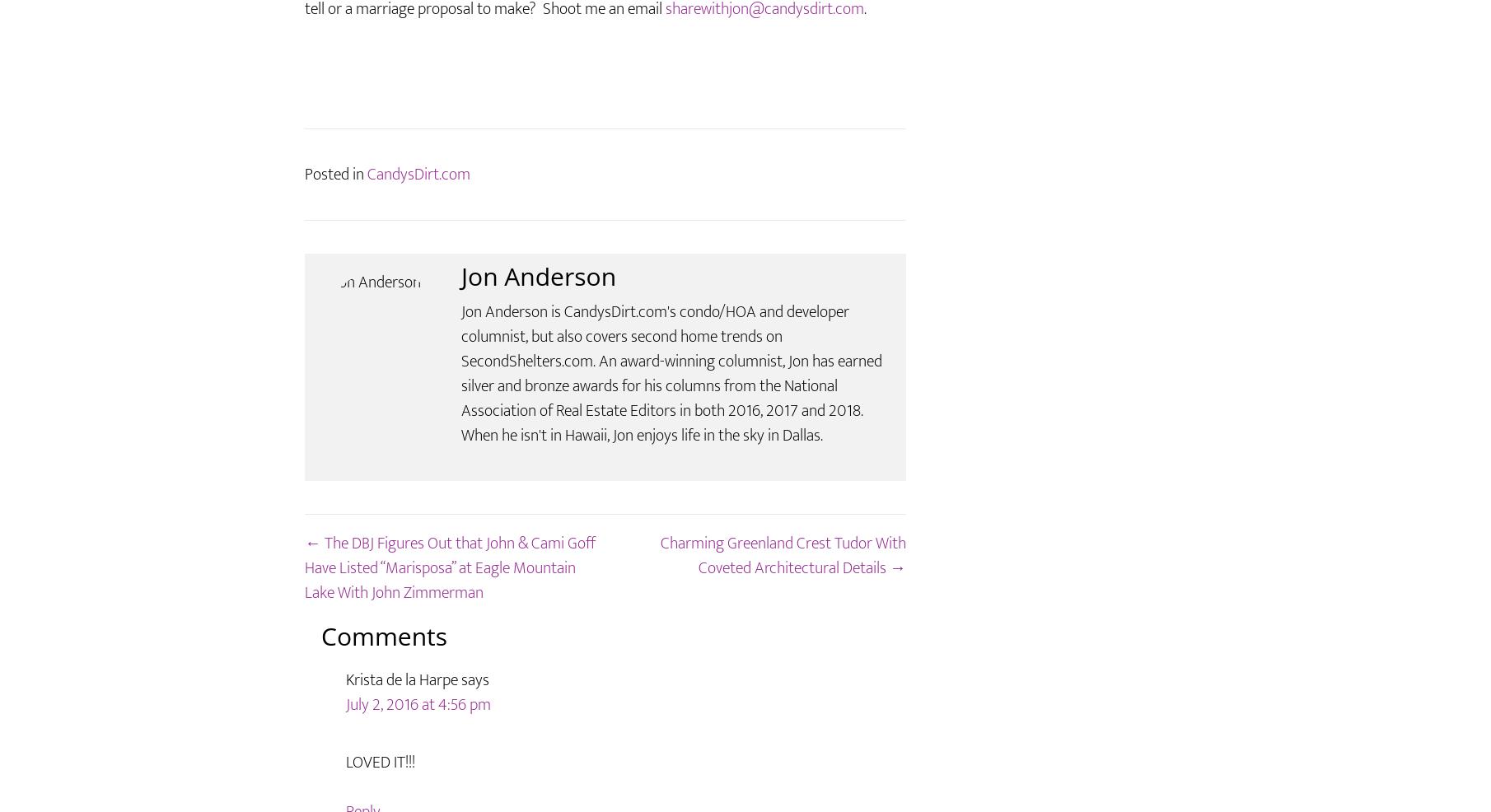  What do you see at coordinates (396, 31) in the screenshot?
I see `'Silver'` at bounding box center [396, 31].